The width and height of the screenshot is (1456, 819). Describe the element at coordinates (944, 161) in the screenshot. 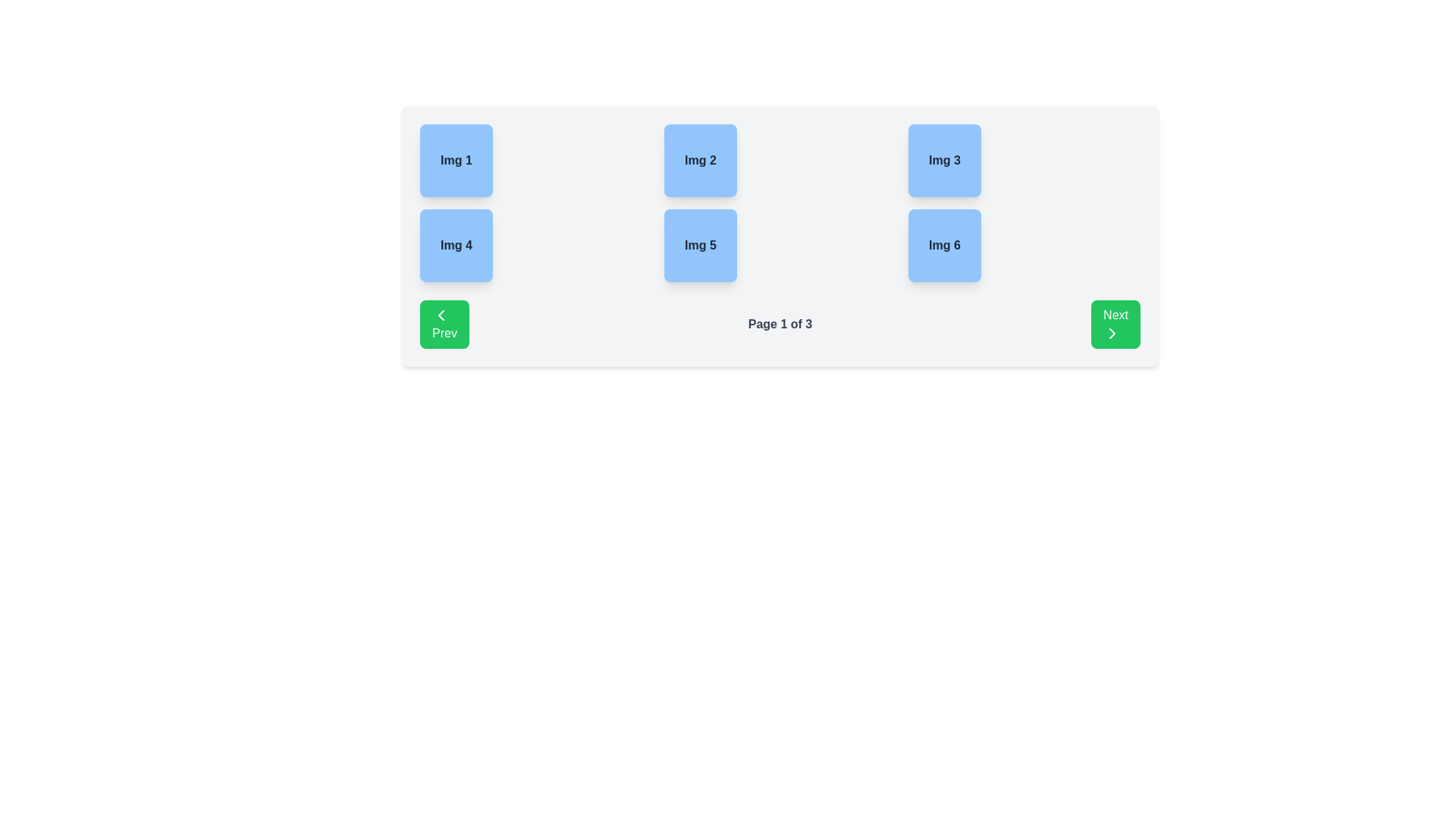

I see `the blue square tile labeled 'Img 3' with rounded corners` at that location.